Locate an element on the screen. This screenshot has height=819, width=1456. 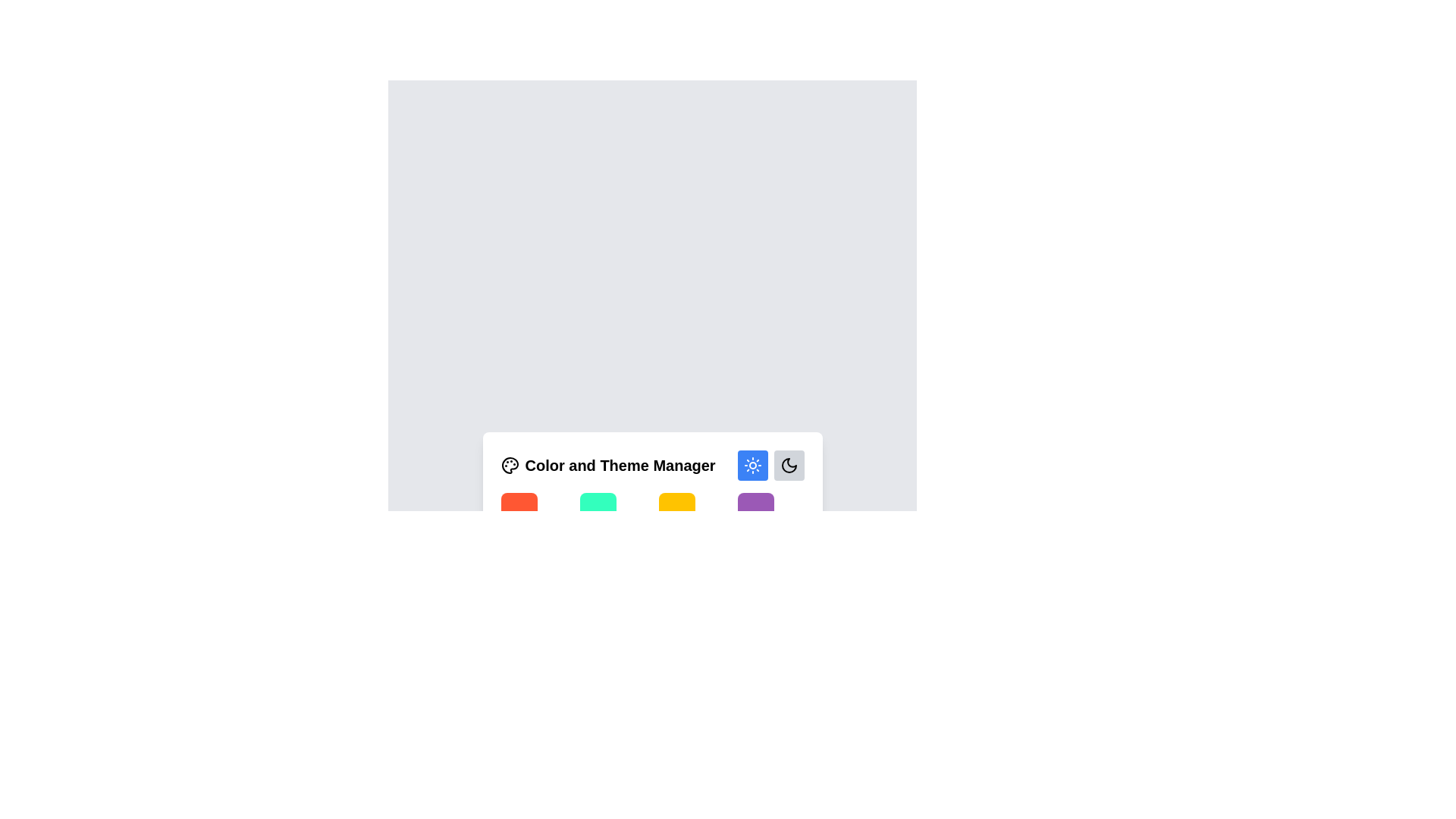
the third icon from the left in the Color and Theme Manager group, which serves as a toggle for the night or dark mode theme is located at coordinates (789, 464).